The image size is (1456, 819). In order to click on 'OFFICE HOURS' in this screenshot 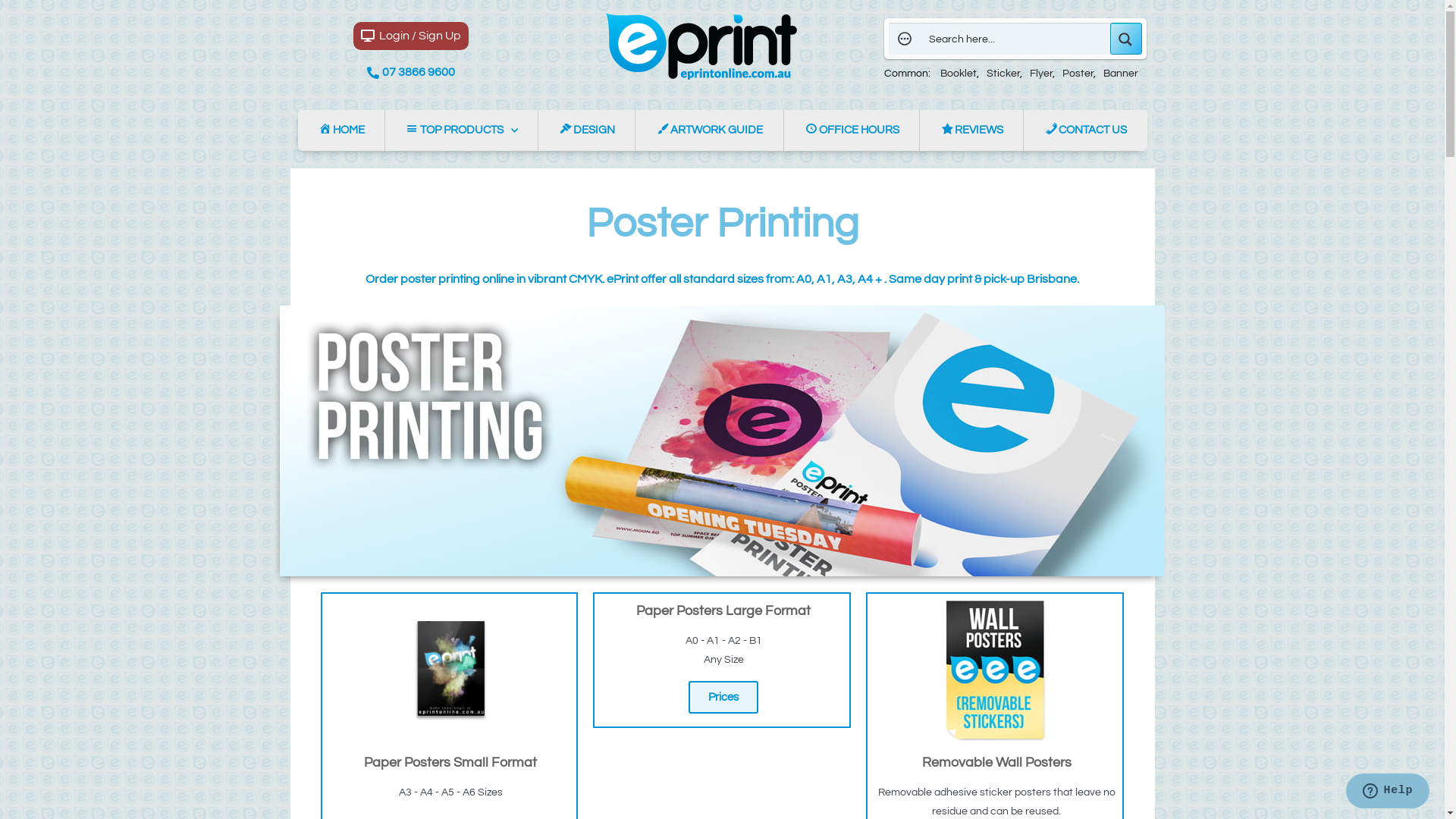, I will do `click(783, 130)`.